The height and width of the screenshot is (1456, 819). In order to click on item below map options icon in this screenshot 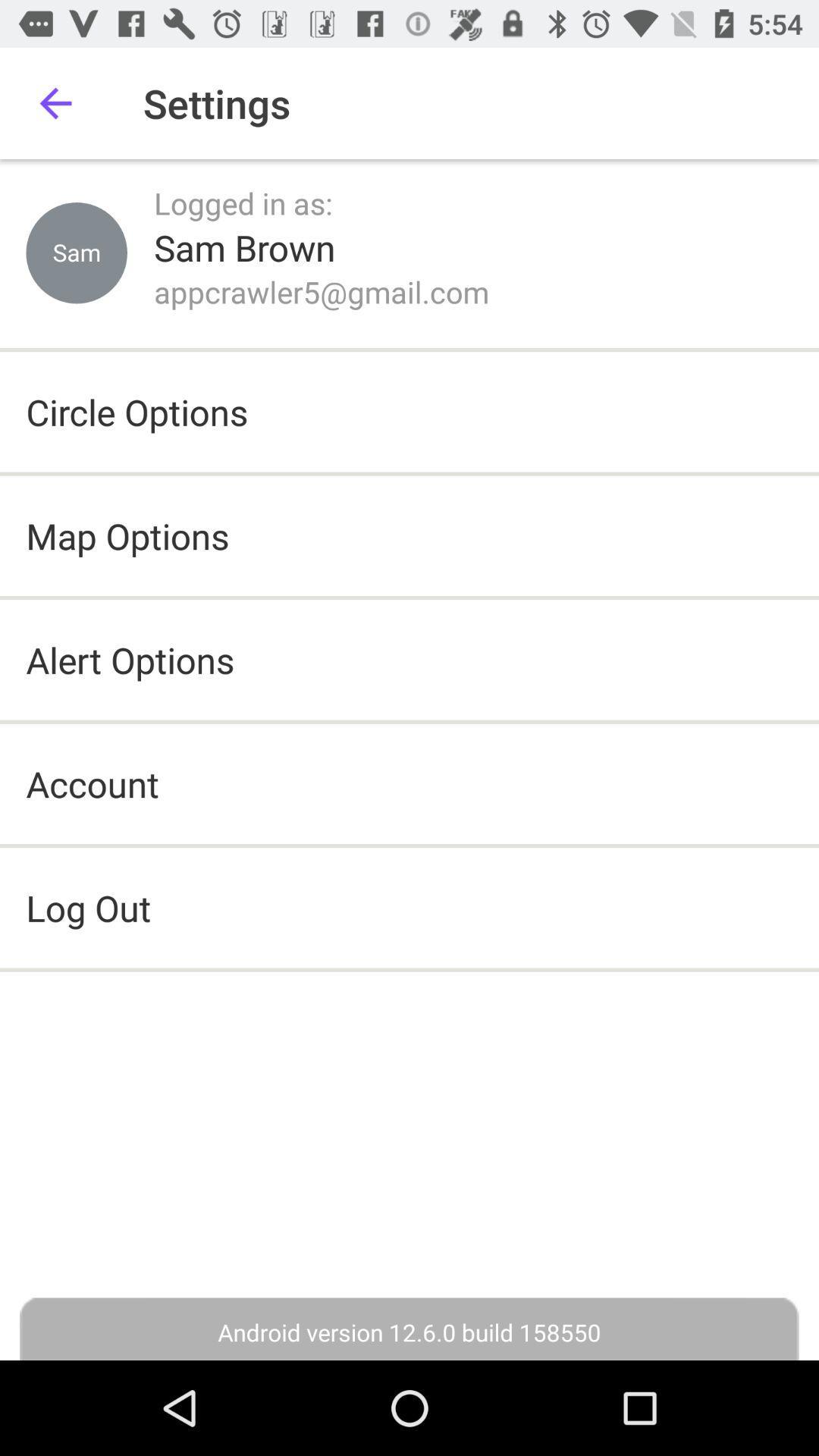, I will do `click(129, 660)`.